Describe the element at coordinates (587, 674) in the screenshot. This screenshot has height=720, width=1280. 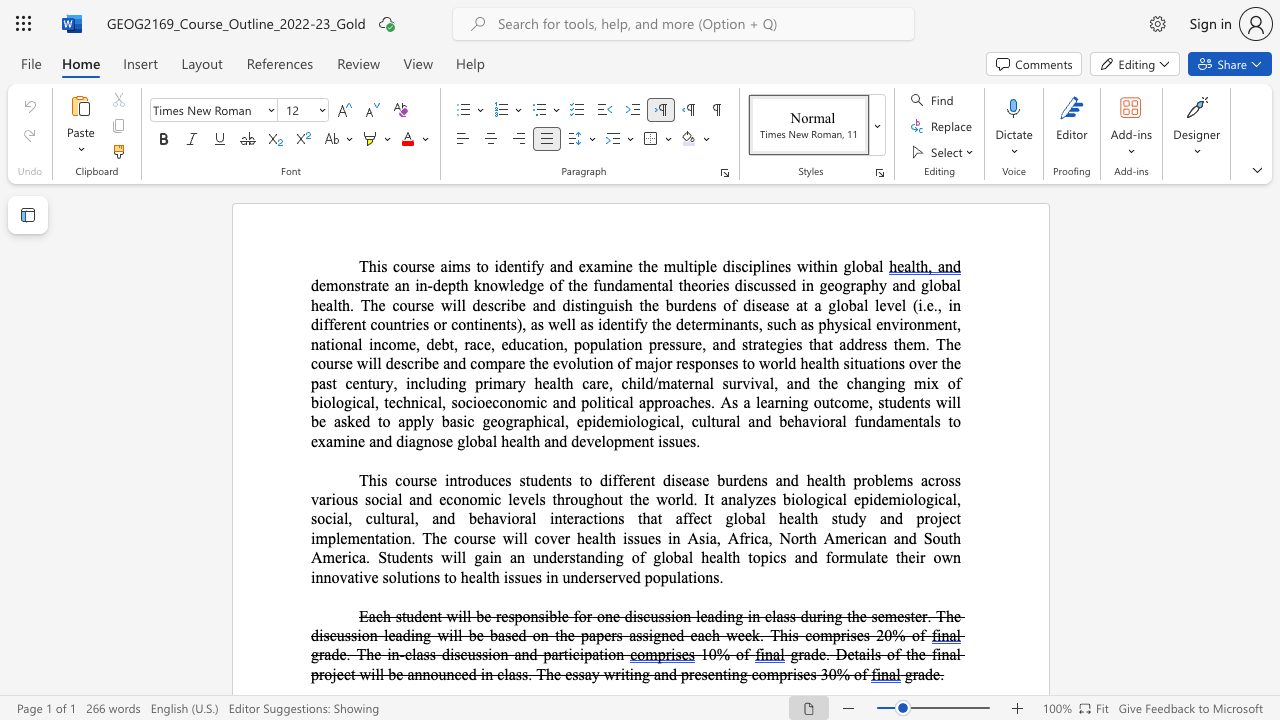
I see `the 3th character "a" in the text` at that location.